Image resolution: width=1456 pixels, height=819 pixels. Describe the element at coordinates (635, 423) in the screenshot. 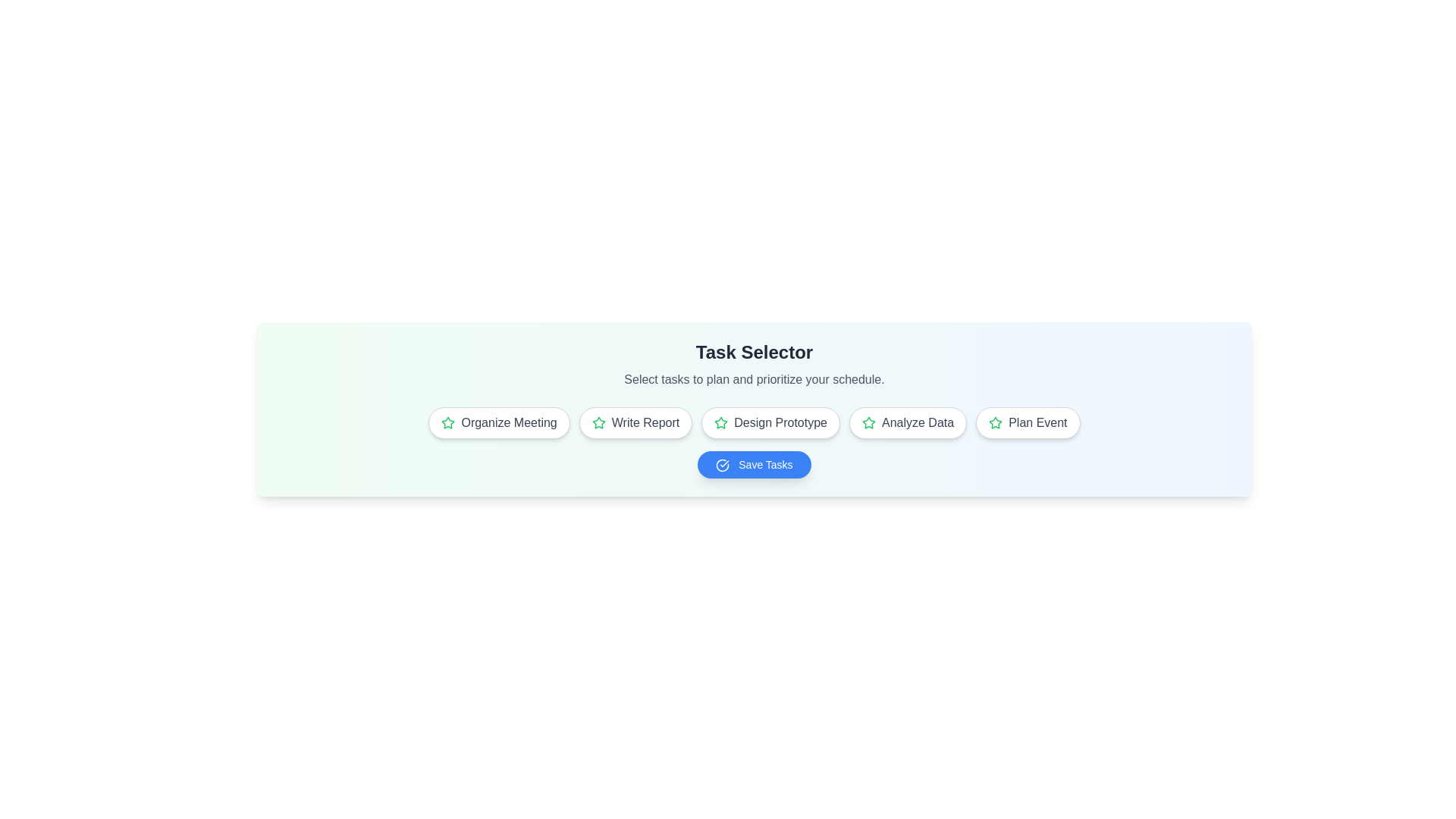

I see `the task Write Report to select it` at that location.